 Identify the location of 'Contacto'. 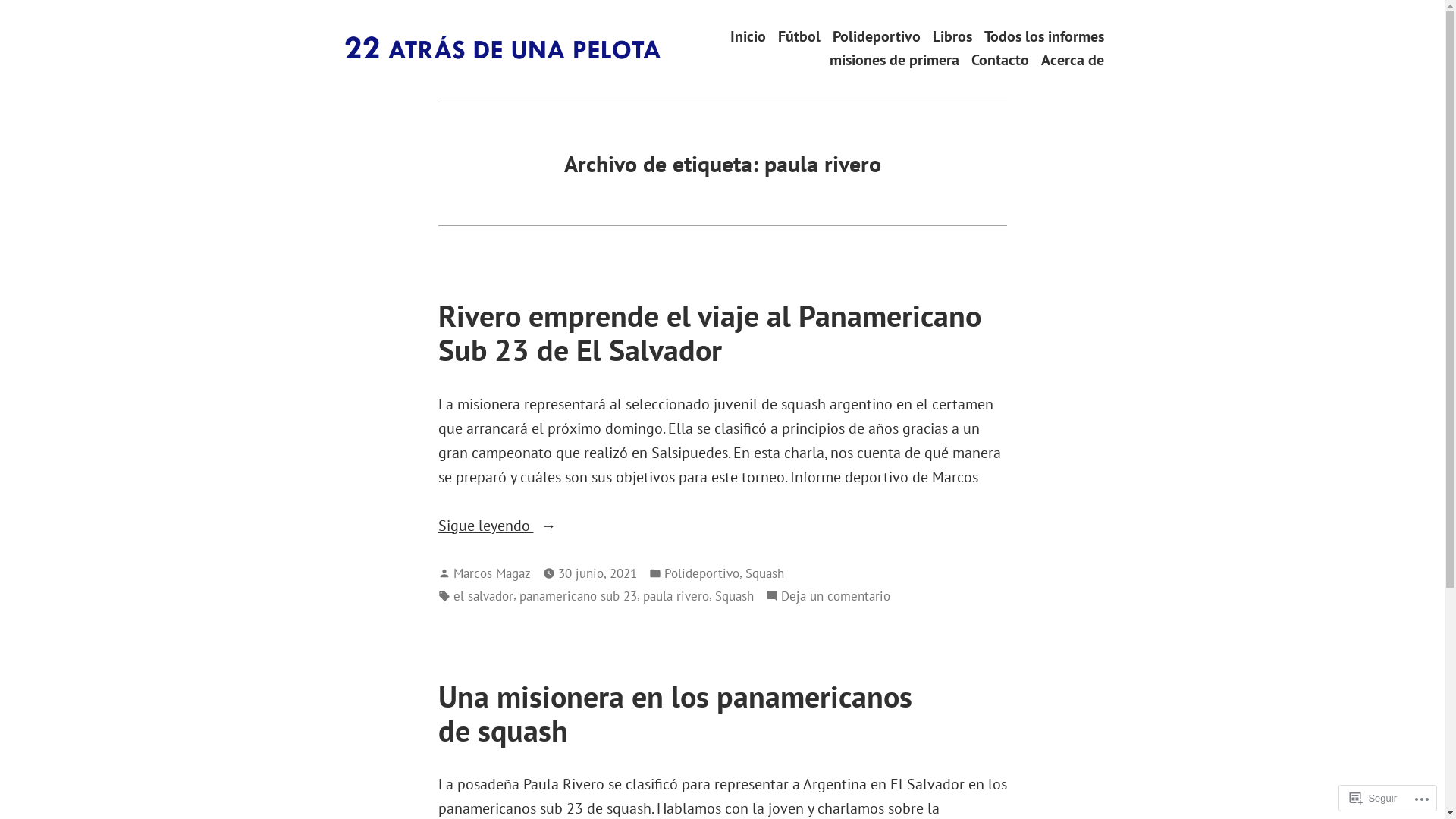
(971, 59).